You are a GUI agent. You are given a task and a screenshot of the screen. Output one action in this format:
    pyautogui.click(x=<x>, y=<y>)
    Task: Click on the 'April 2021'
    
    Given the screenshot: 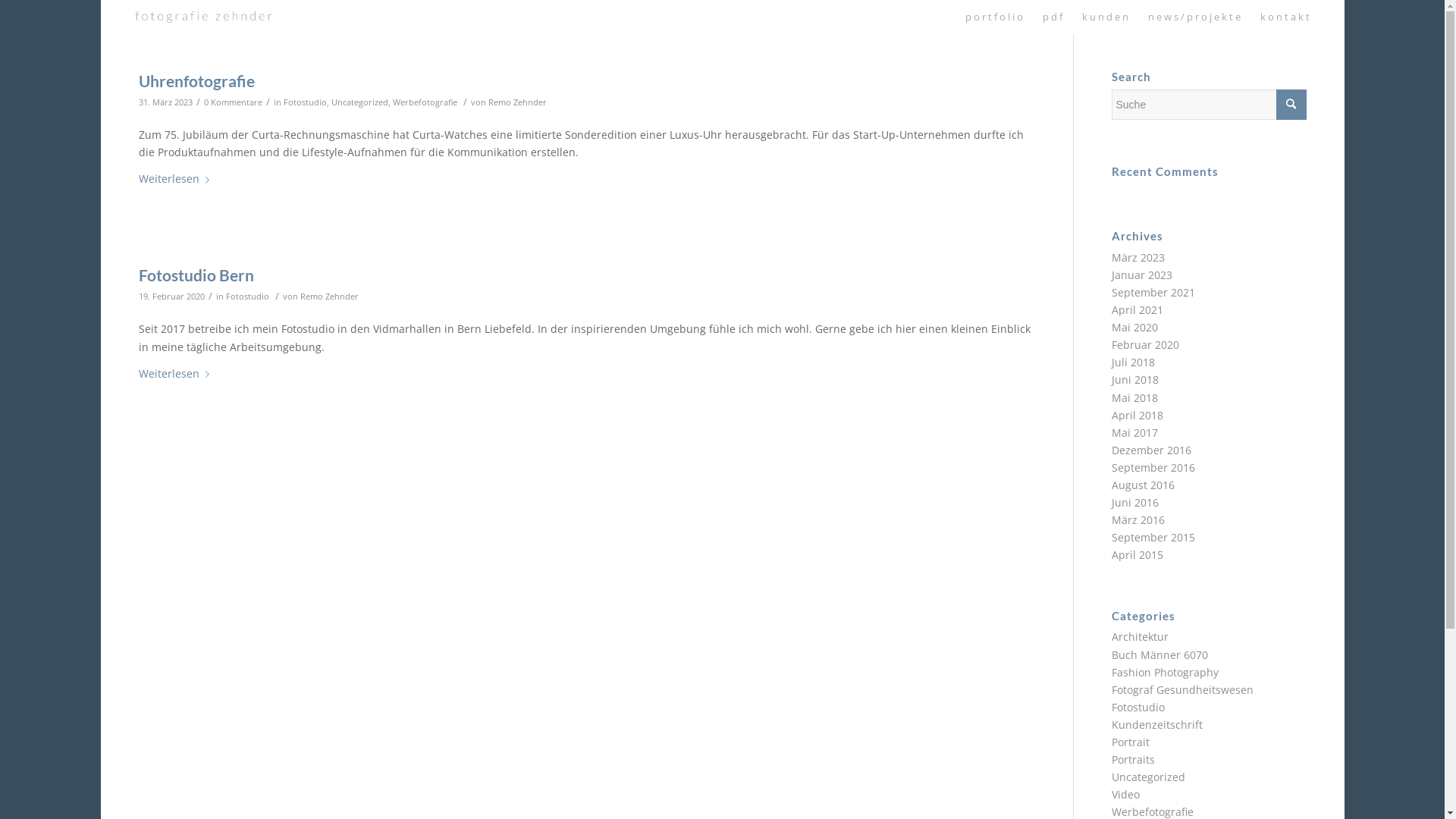 What is the action you would take?
    pyautogui.click(x=1137, y=309)
    